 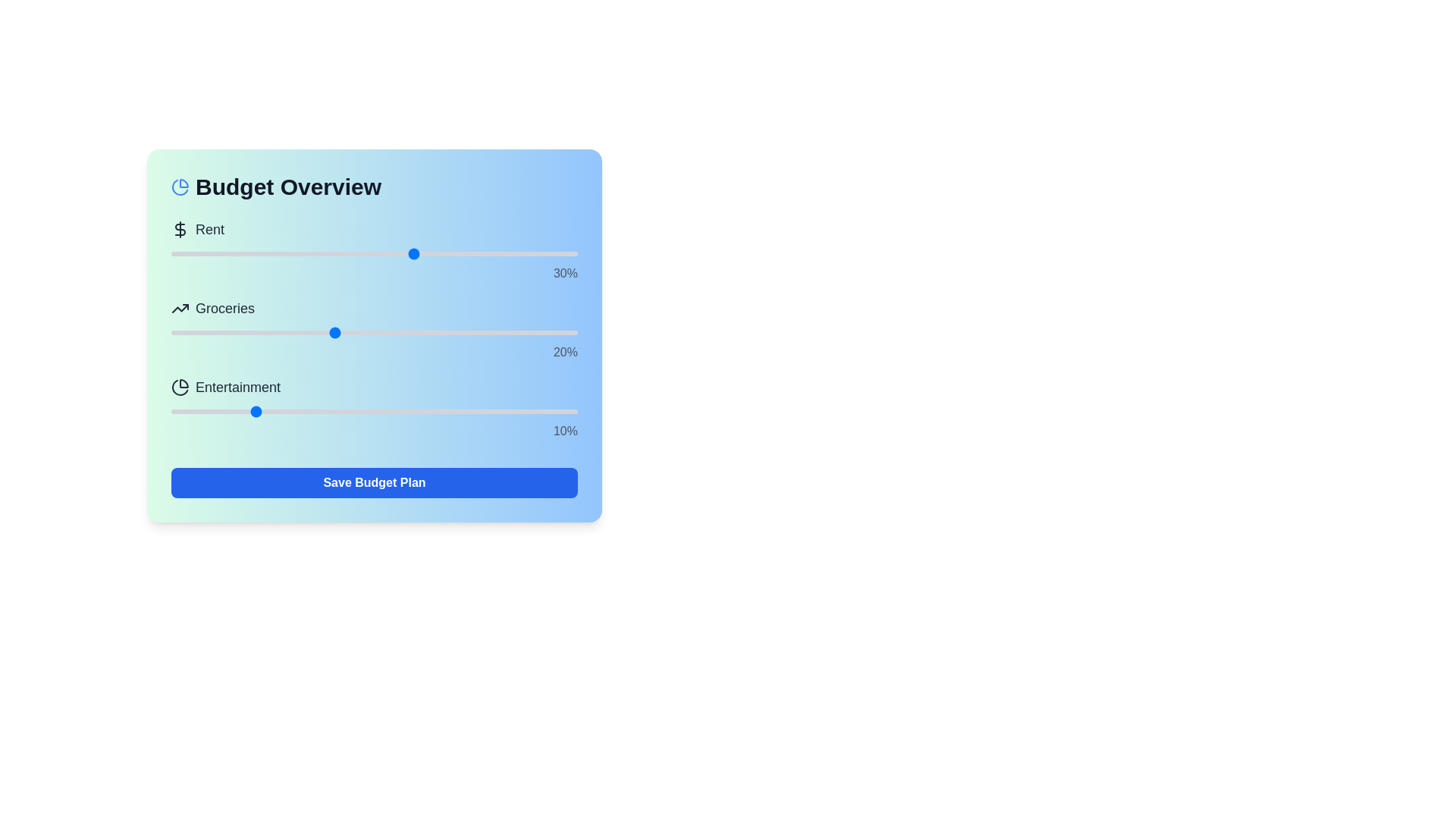 I want to click on the Rent budget allocation, so click(x=349, y=253).